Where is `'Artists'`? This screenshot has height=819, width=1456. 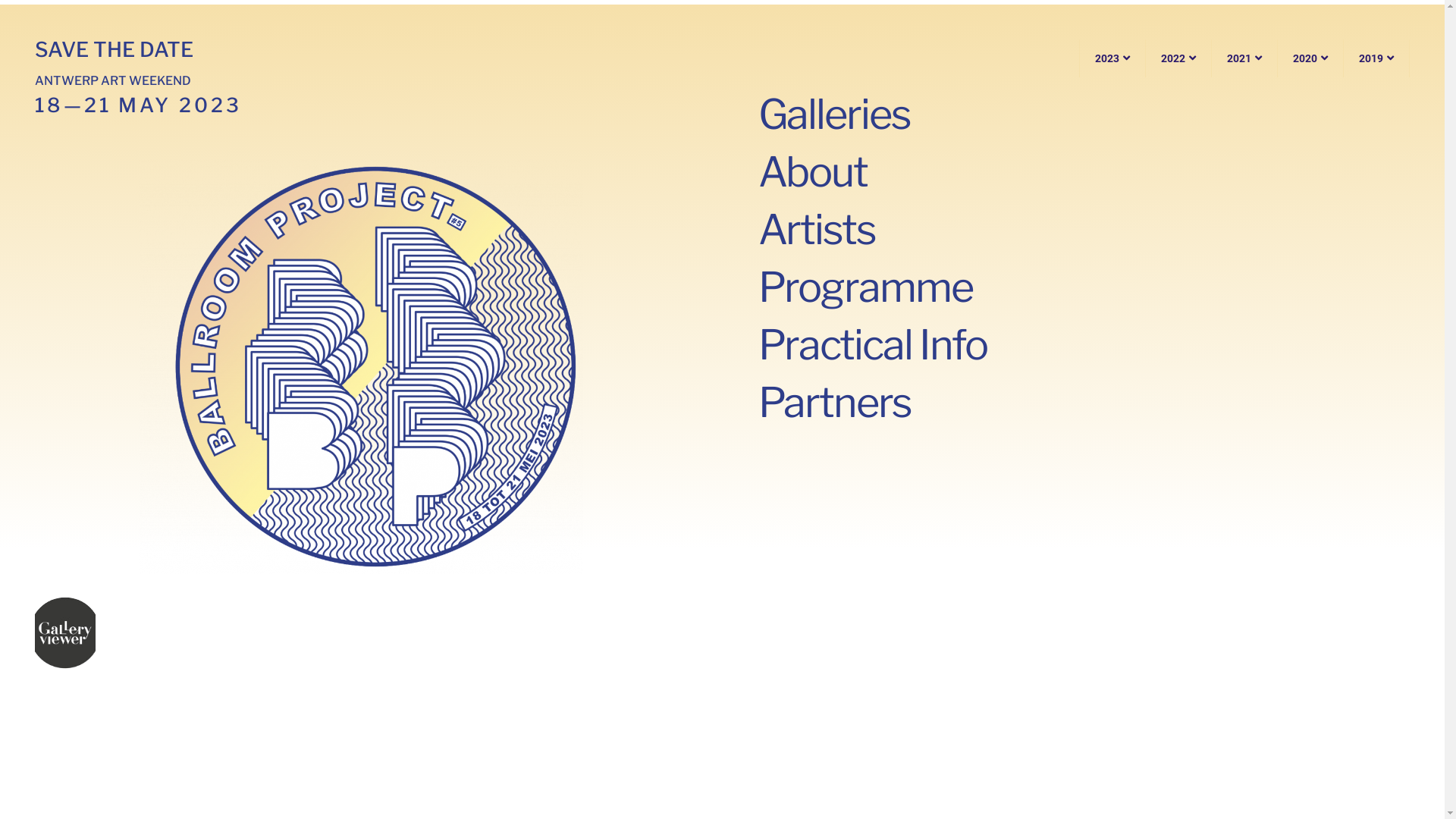
'Artists' is located at coordinates (815, 230).